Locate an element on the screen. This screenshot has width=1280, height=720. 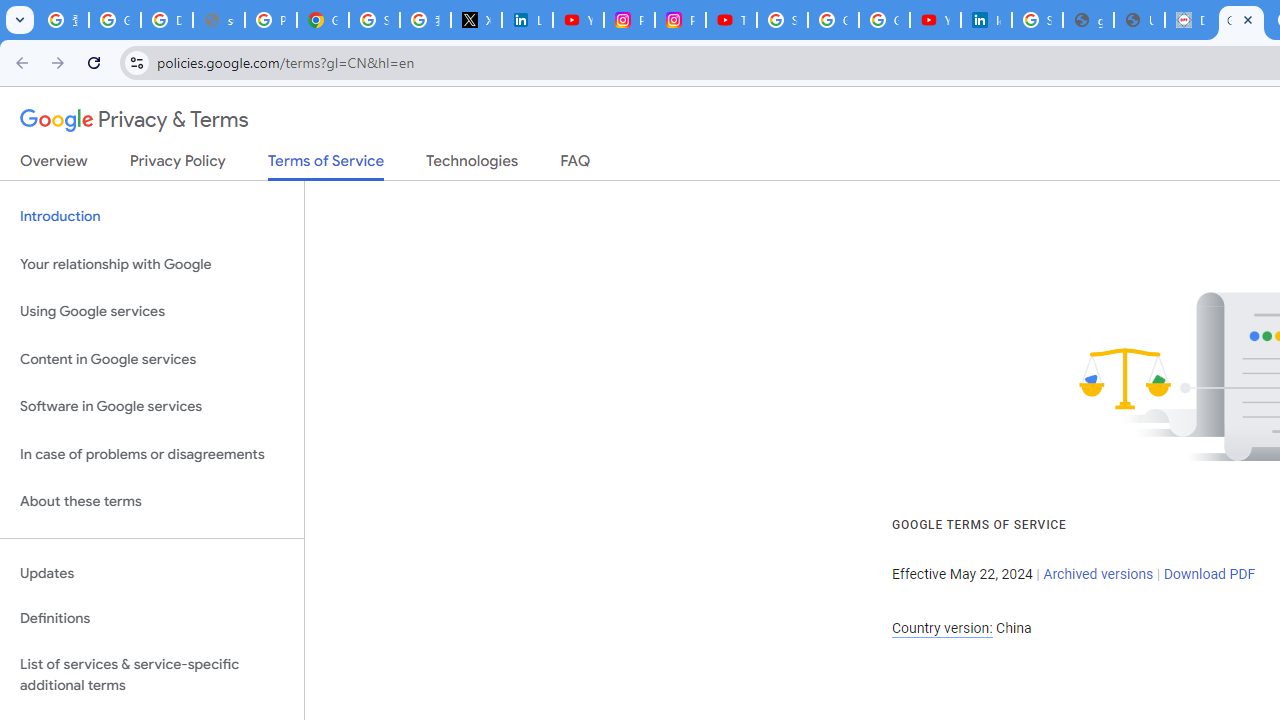
'YouTube Content Monetization Policies - How YouTube Works' is located at coordinates (577, 20).